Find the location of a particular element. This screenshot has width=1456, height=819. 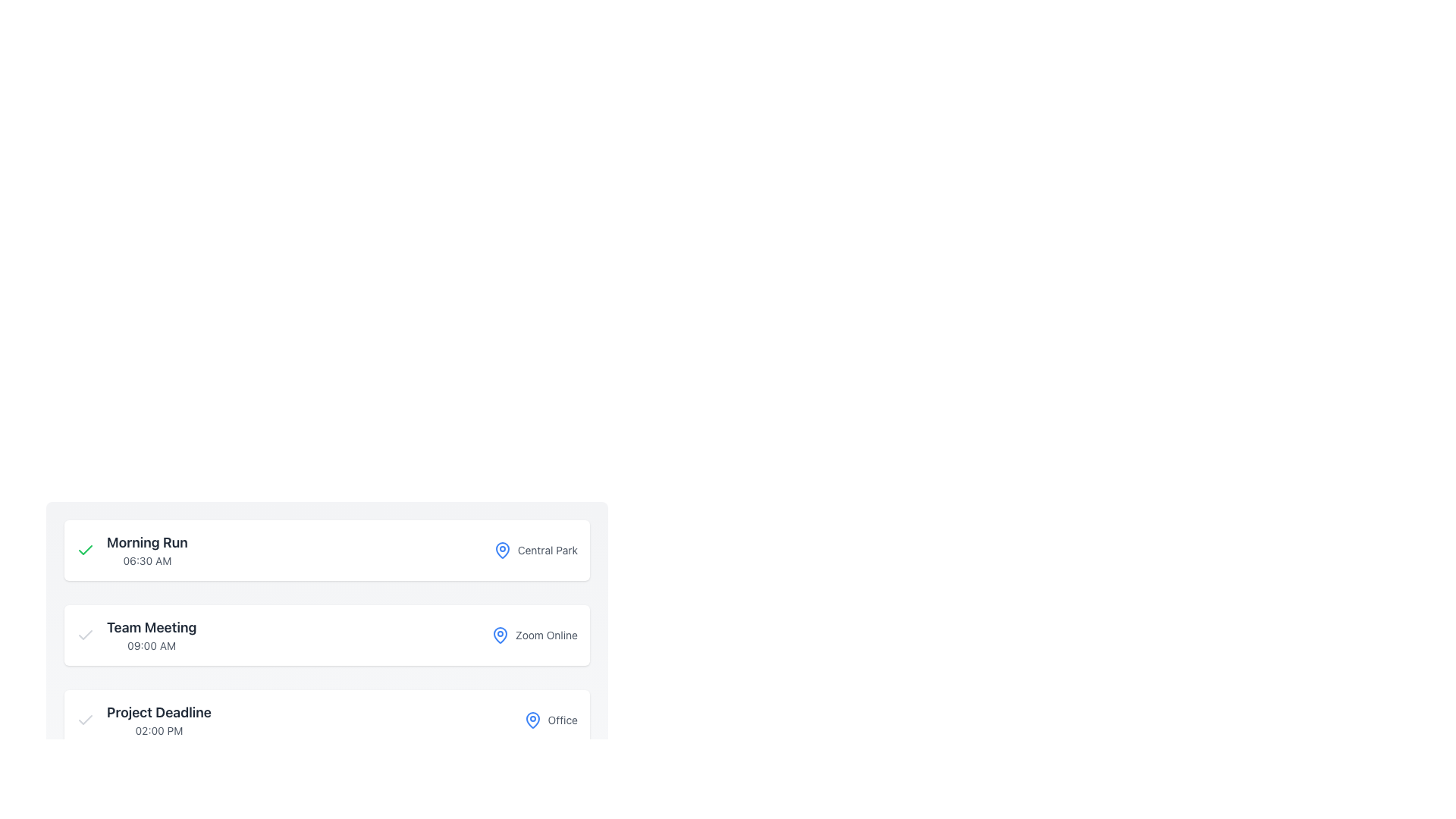

the static text element displaying the time '02:00 PM', which is styled with a small font and gray color, located below 'Project Deadline' is located at coordinates (159, 730).